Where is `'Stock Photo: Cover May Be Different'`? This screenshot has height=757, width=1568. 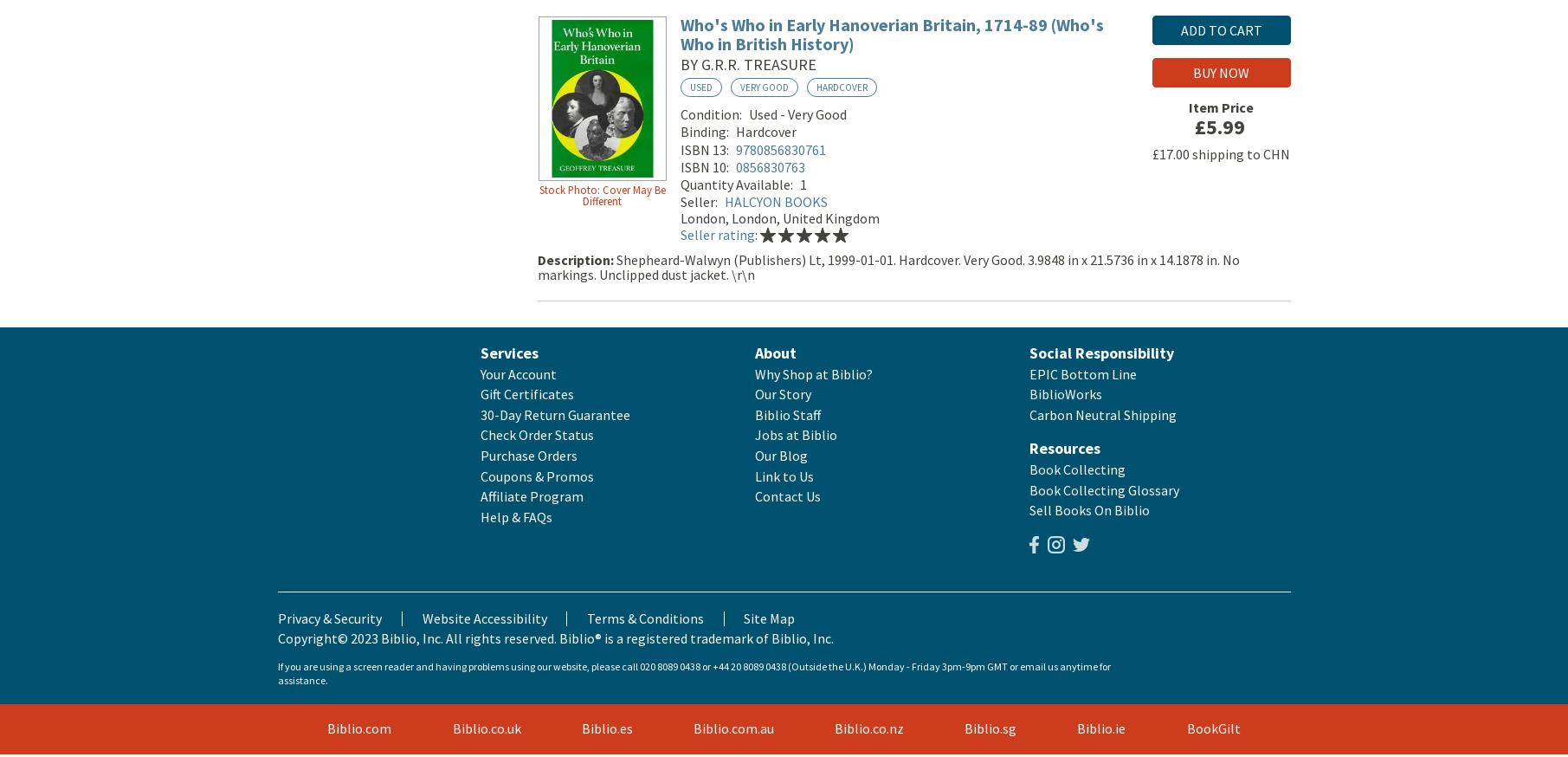 'Stock Photo: Cover May Be Different' is located at coordinates (602, 198).